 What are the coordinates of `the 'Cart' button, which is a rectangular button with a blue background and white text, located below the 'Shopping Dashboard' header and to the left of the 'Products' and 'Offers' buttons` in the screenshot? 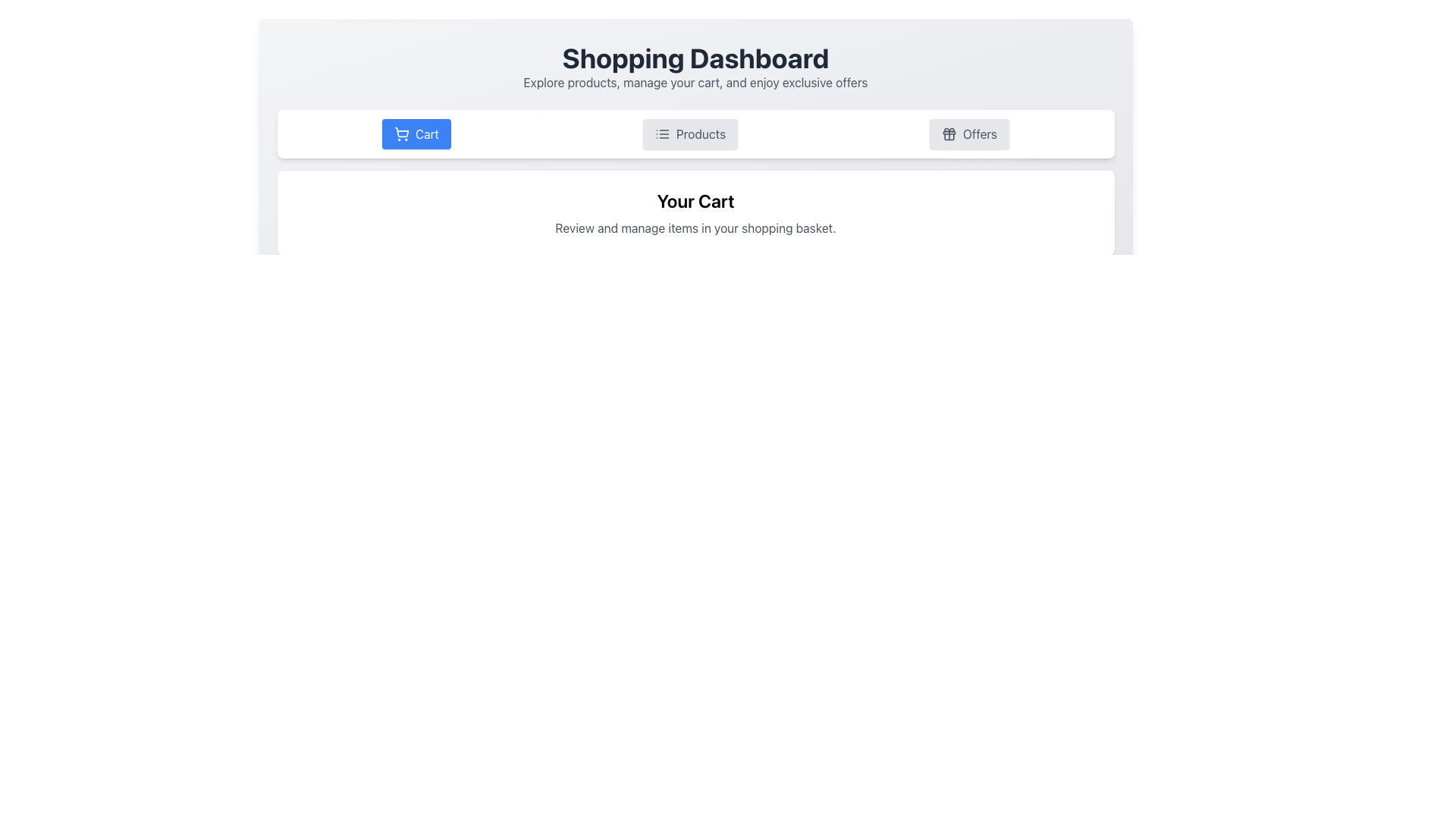 It's located at (416, 133).